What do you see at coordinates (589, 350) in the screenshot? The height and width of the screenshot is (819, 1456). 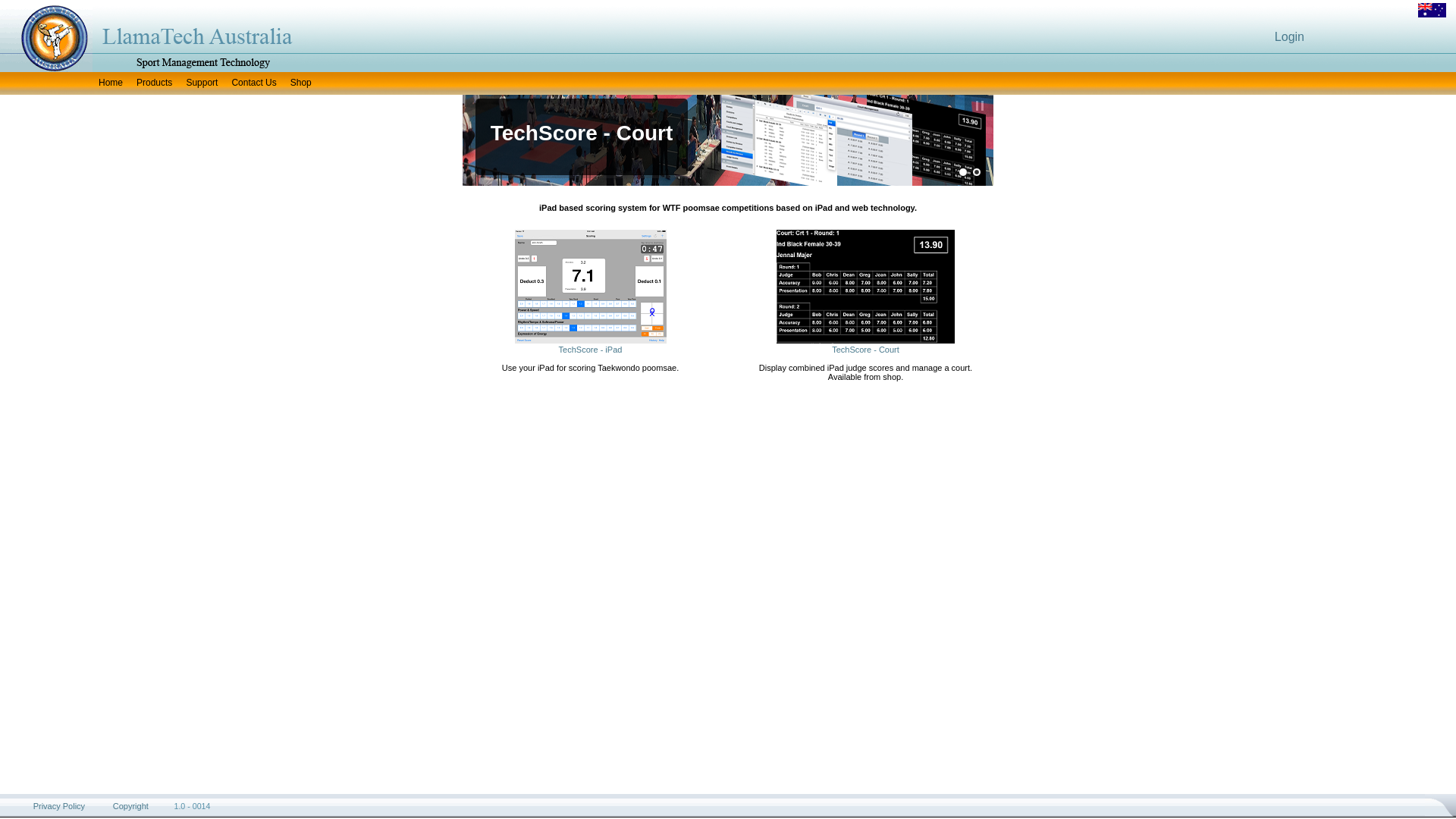 I see `'TechScore - iPad'` at bounding box center [589, 350].